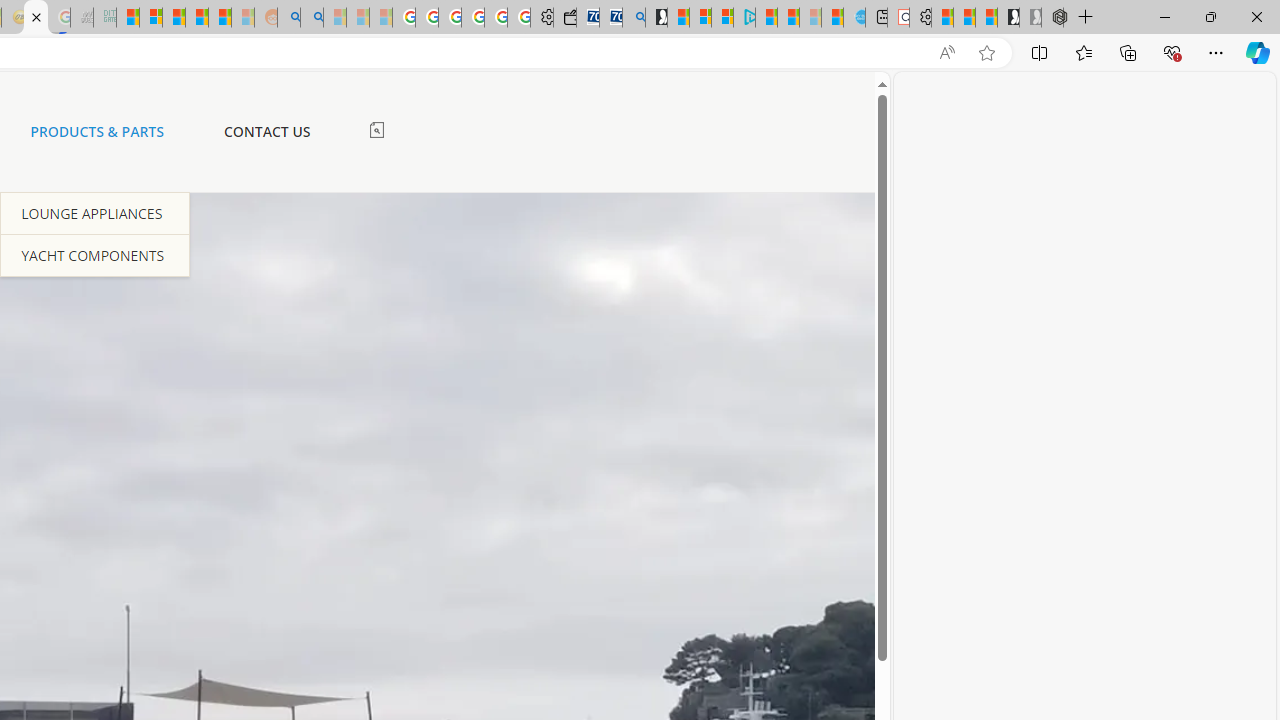 The image size is (1280, 720). What do you see at coordinates (810, 17) in the screenshot?
I see `'Microsoft Start - Sleeping'` at bounding box center [810, 17].